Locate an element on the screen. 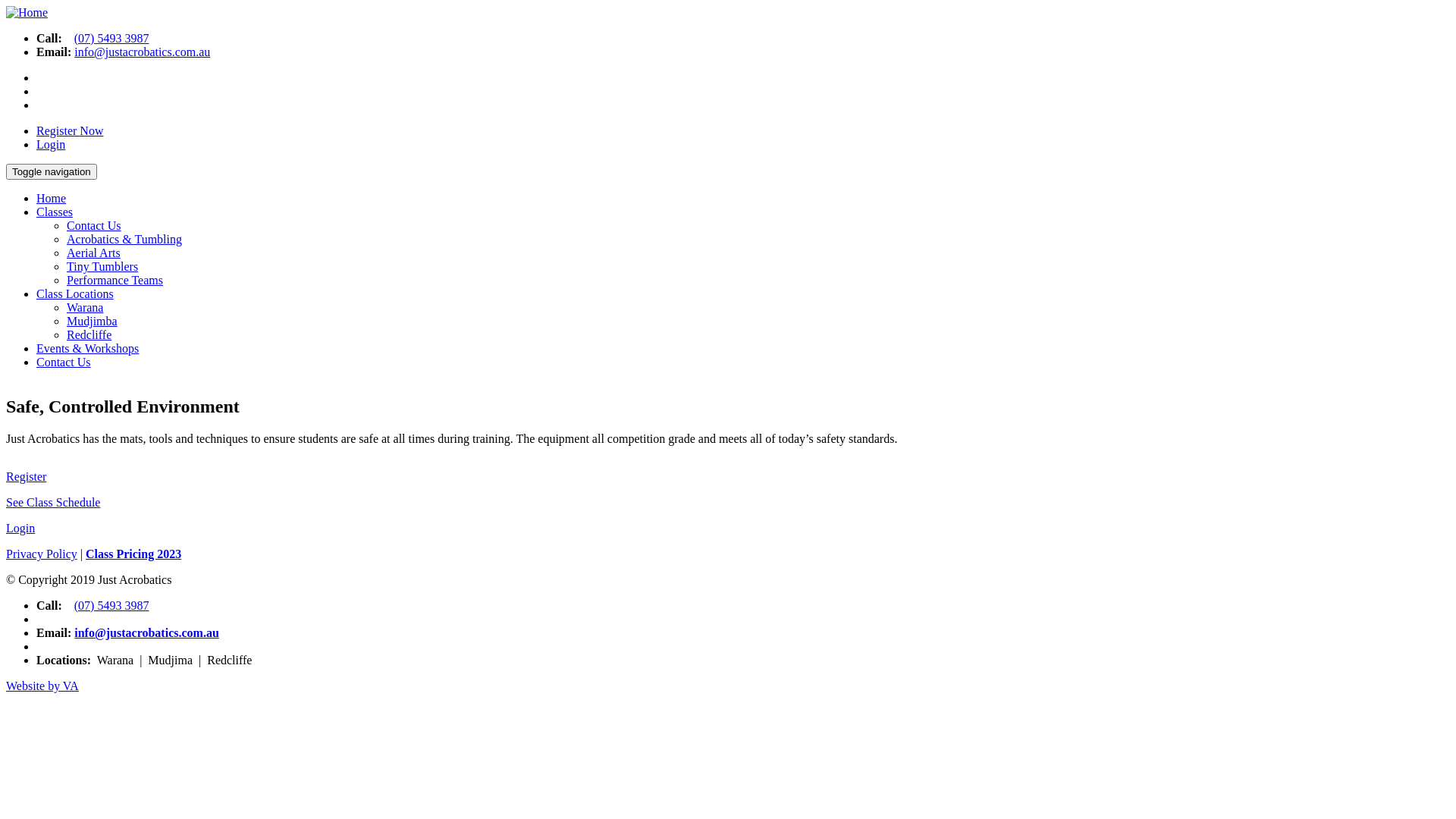  'Home' is located at coordinates (6, 12).